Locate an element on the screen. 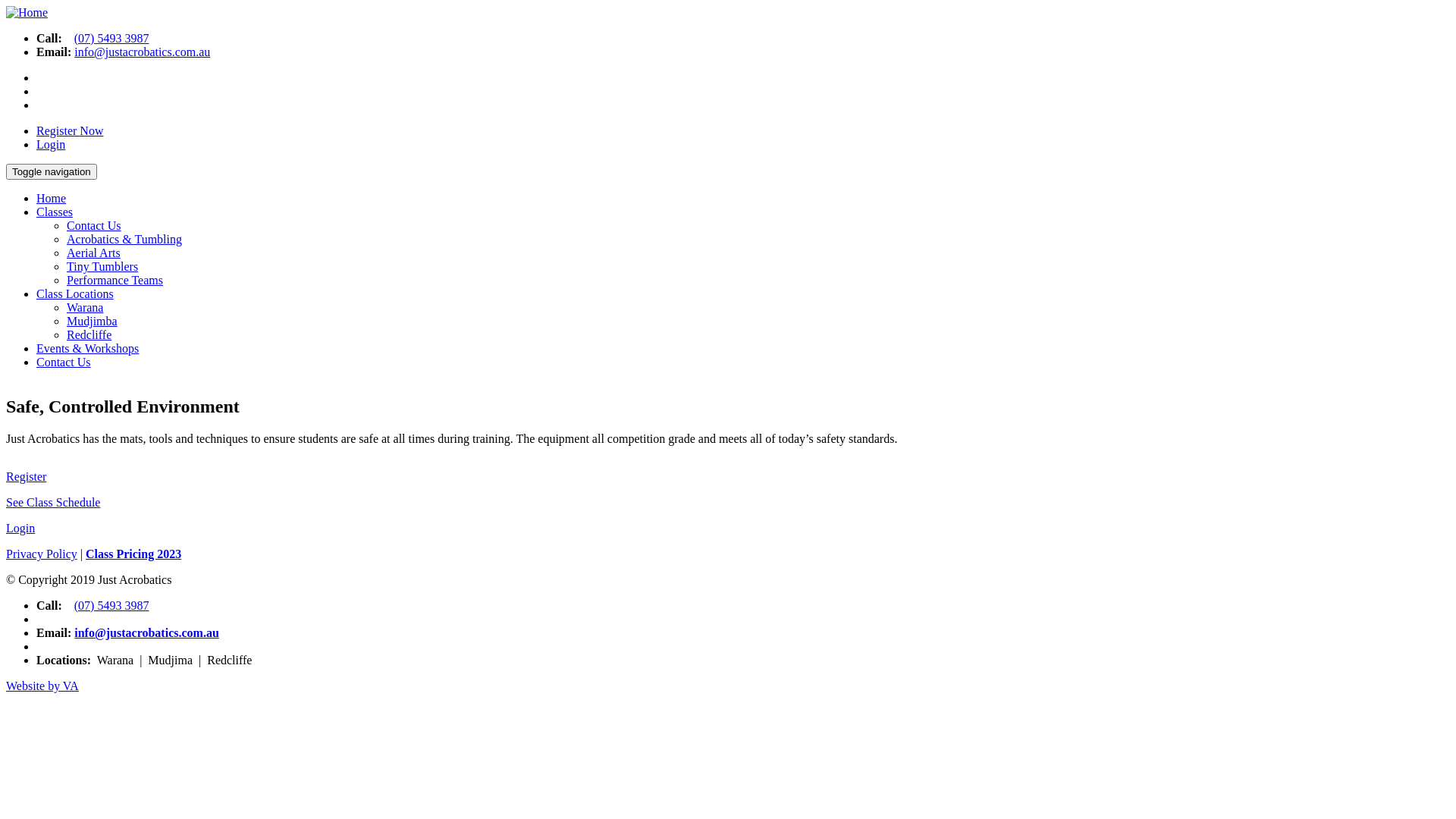  'Home' is located at coordinates (6, 12).